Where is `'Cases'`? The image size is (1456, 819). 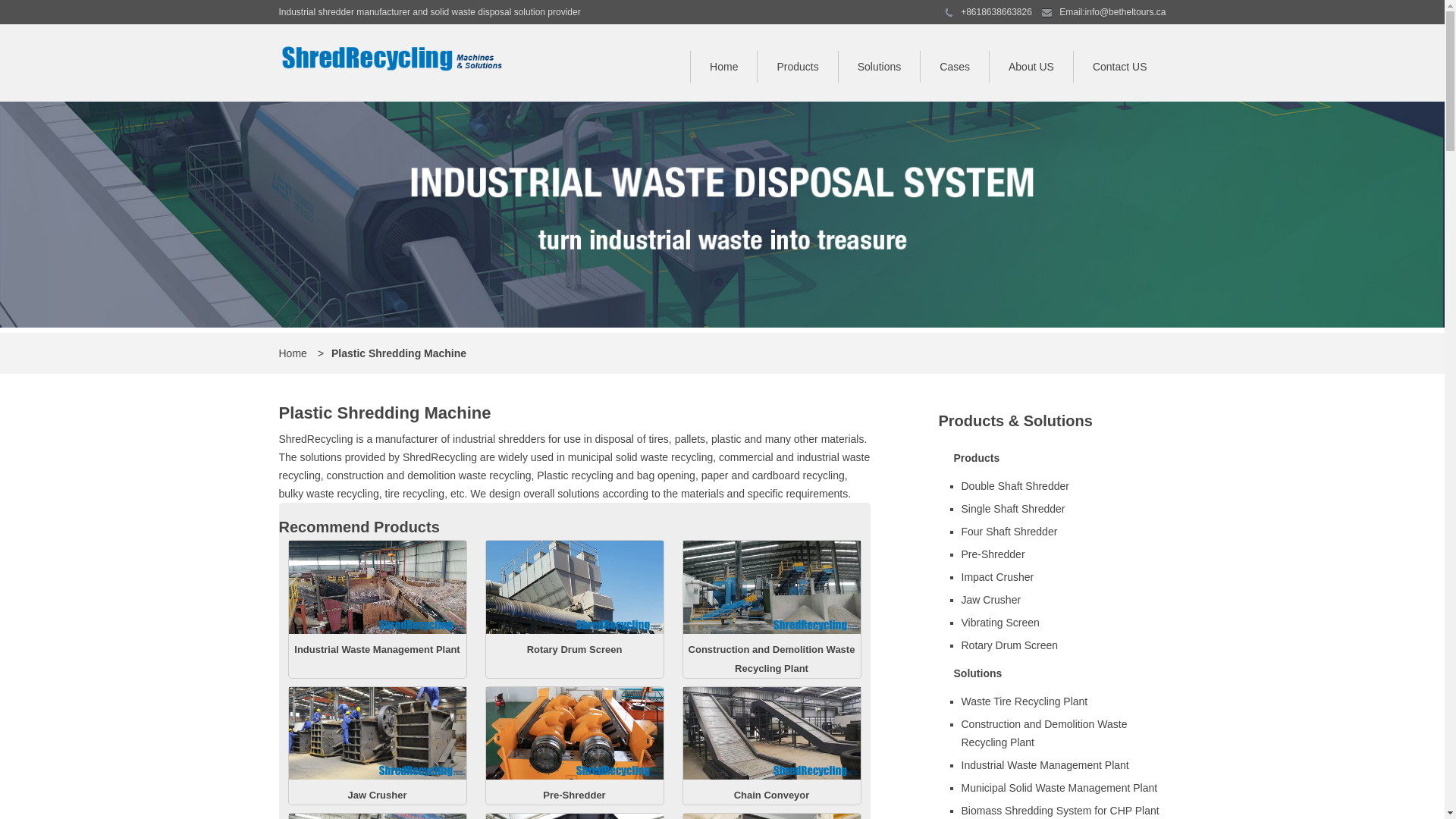
'Cases' is located at coordinates (953, 66).